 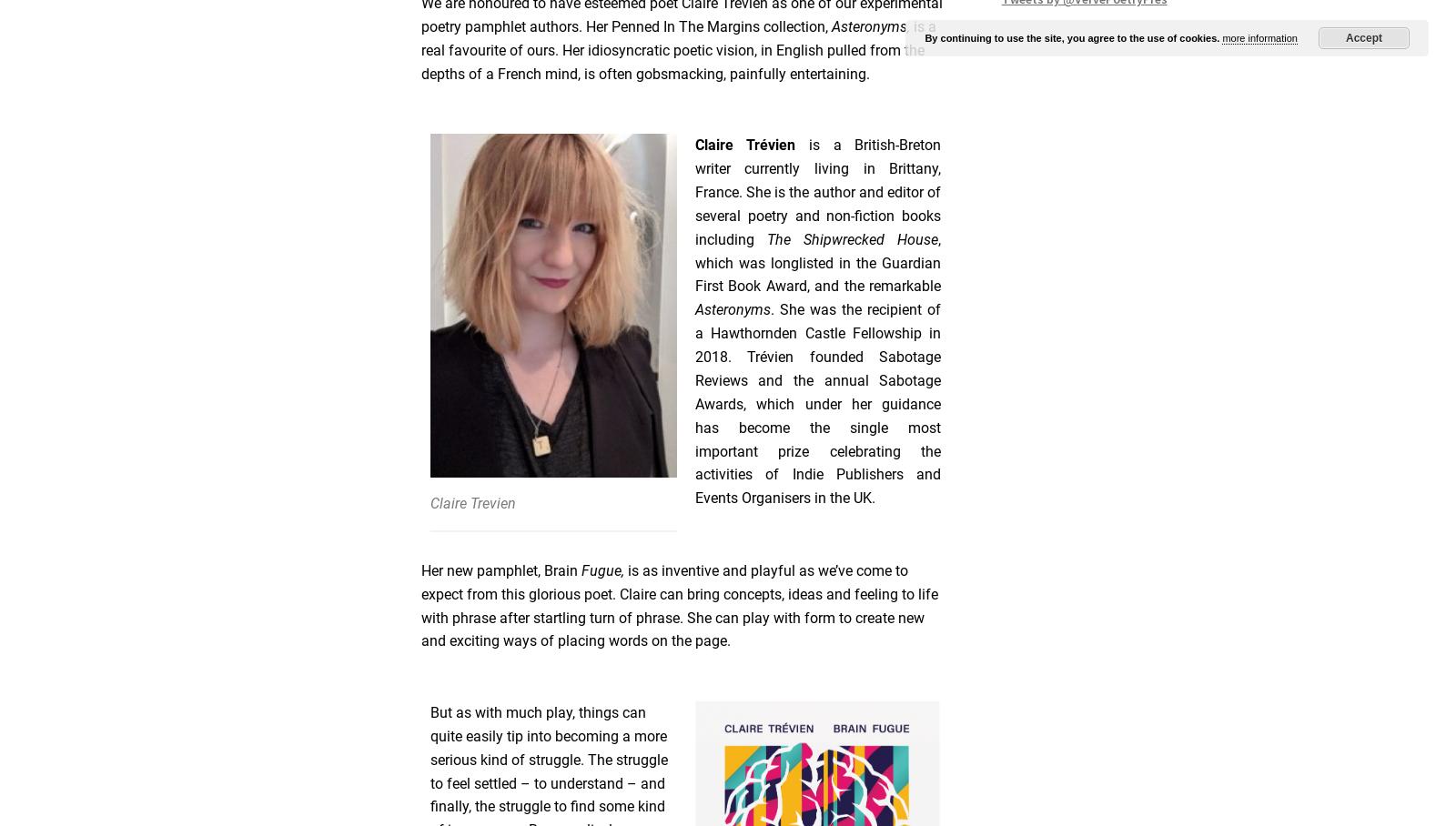 I want to click on 'Fugue,', so click(x=601, y=569).